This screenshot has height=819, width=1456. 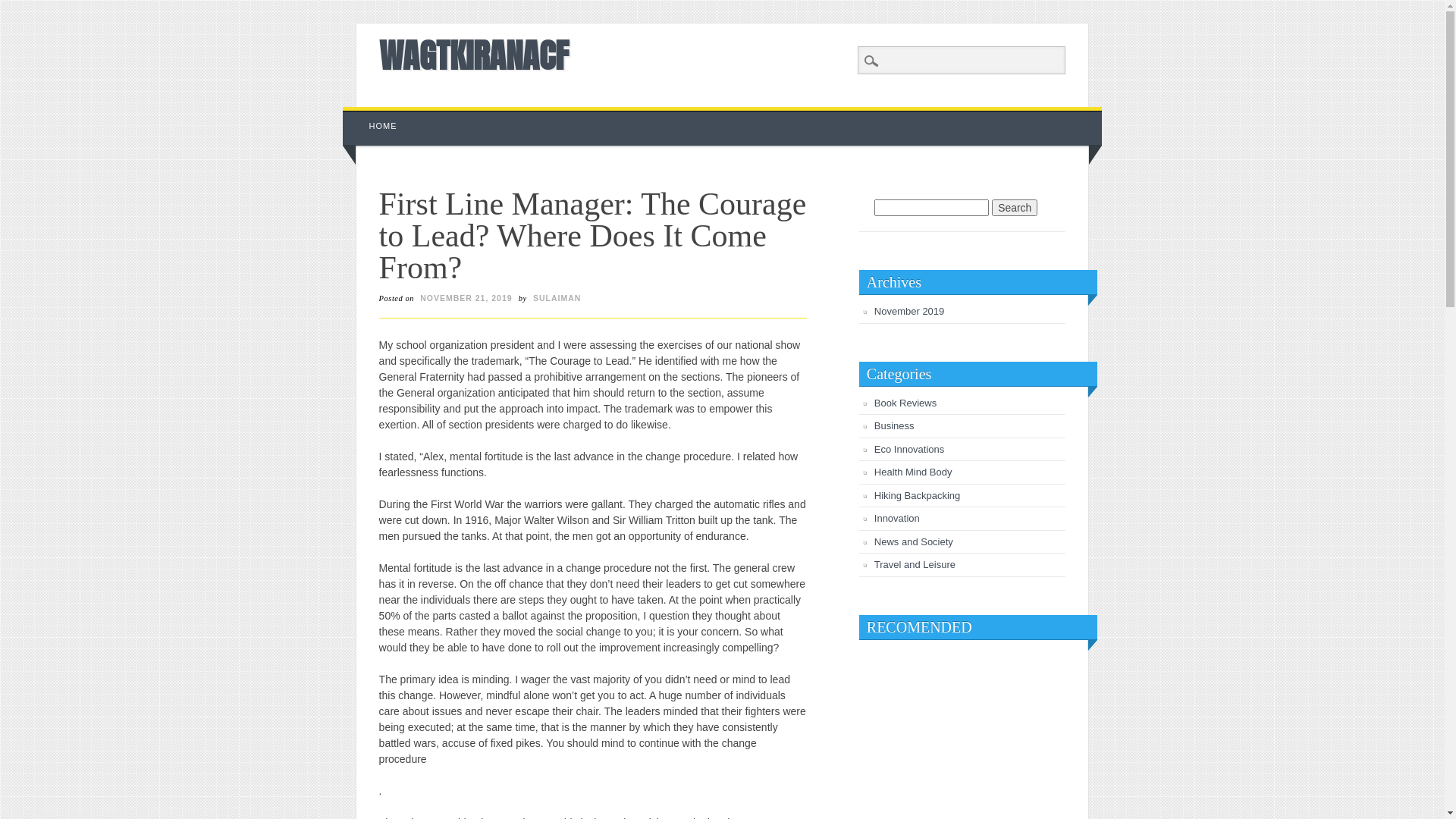 What do you see at coordinates (909, 448) in the screenshot?
I see `'Eco Innovations'` at bounding box center [909, 448].